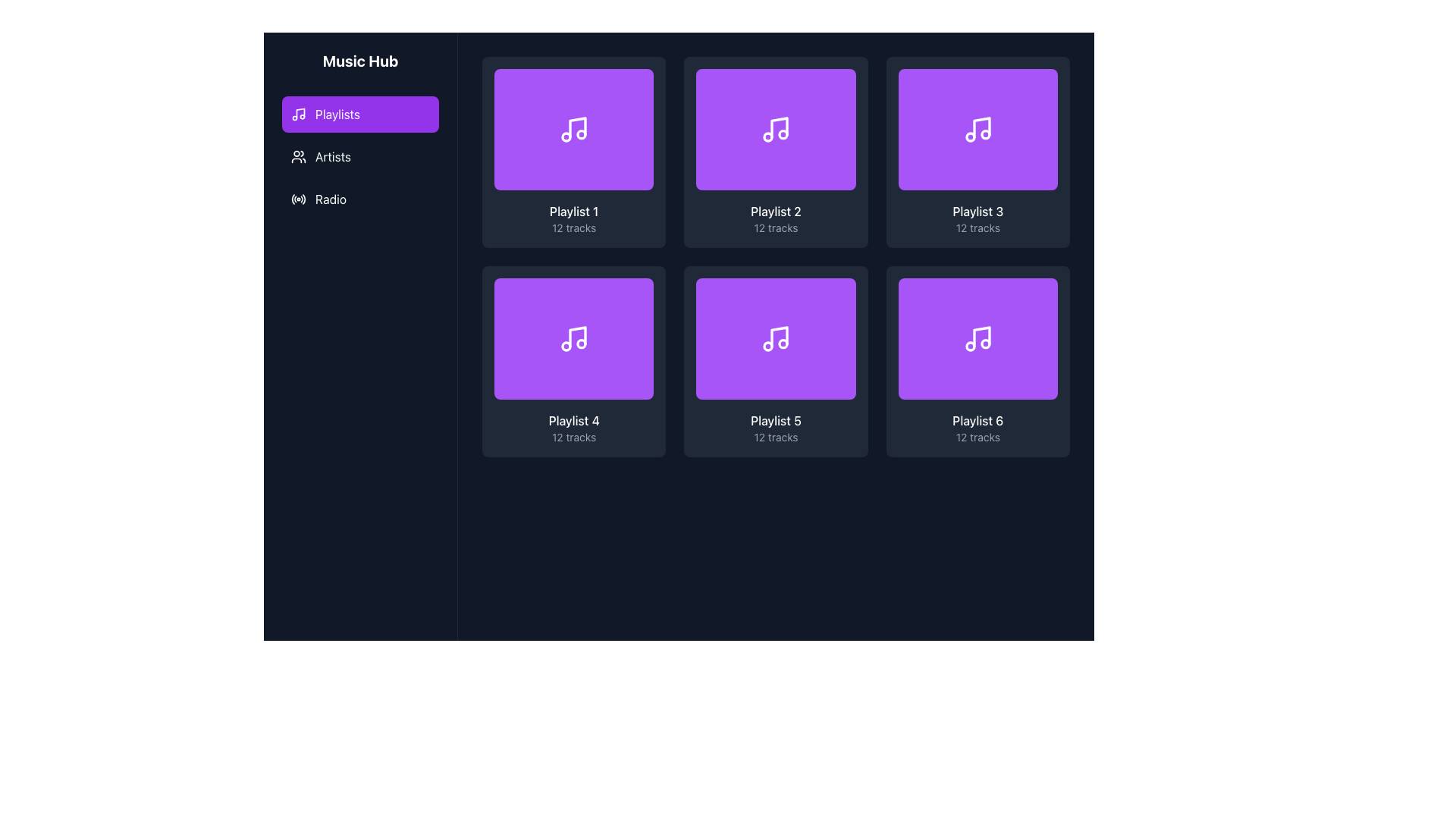 This screenshot has width=1456, height=819. I want to click on the 'Artists' navigation menu item in the Music Hub section, so click(359, 157).